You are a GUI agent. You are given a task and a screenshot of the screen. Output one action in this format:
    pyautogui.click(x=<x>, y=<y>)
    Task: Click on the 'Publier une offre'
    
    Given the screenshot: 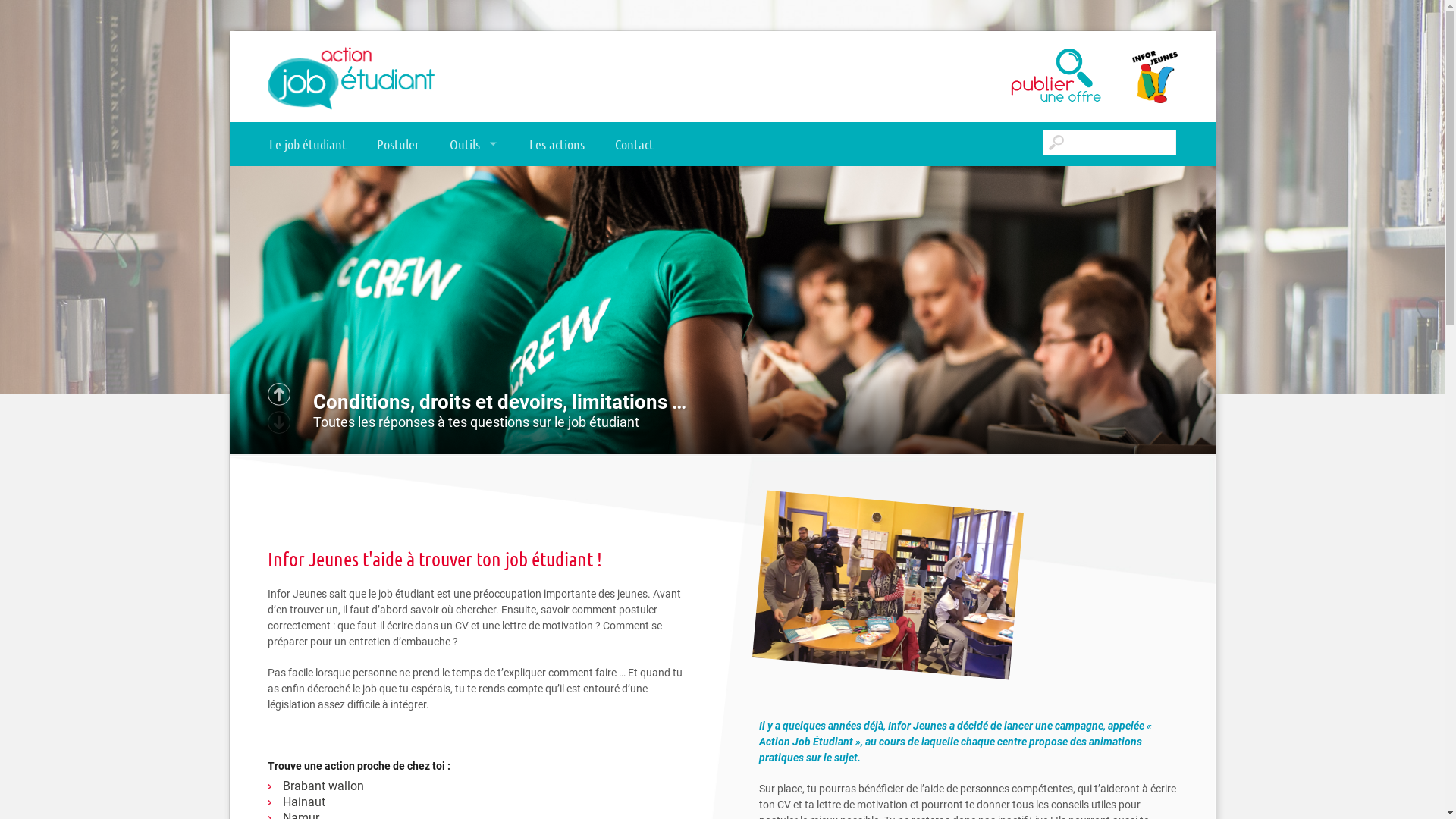 What is the action you would take?
    pyautogui.click(x=1018, y=76)
    